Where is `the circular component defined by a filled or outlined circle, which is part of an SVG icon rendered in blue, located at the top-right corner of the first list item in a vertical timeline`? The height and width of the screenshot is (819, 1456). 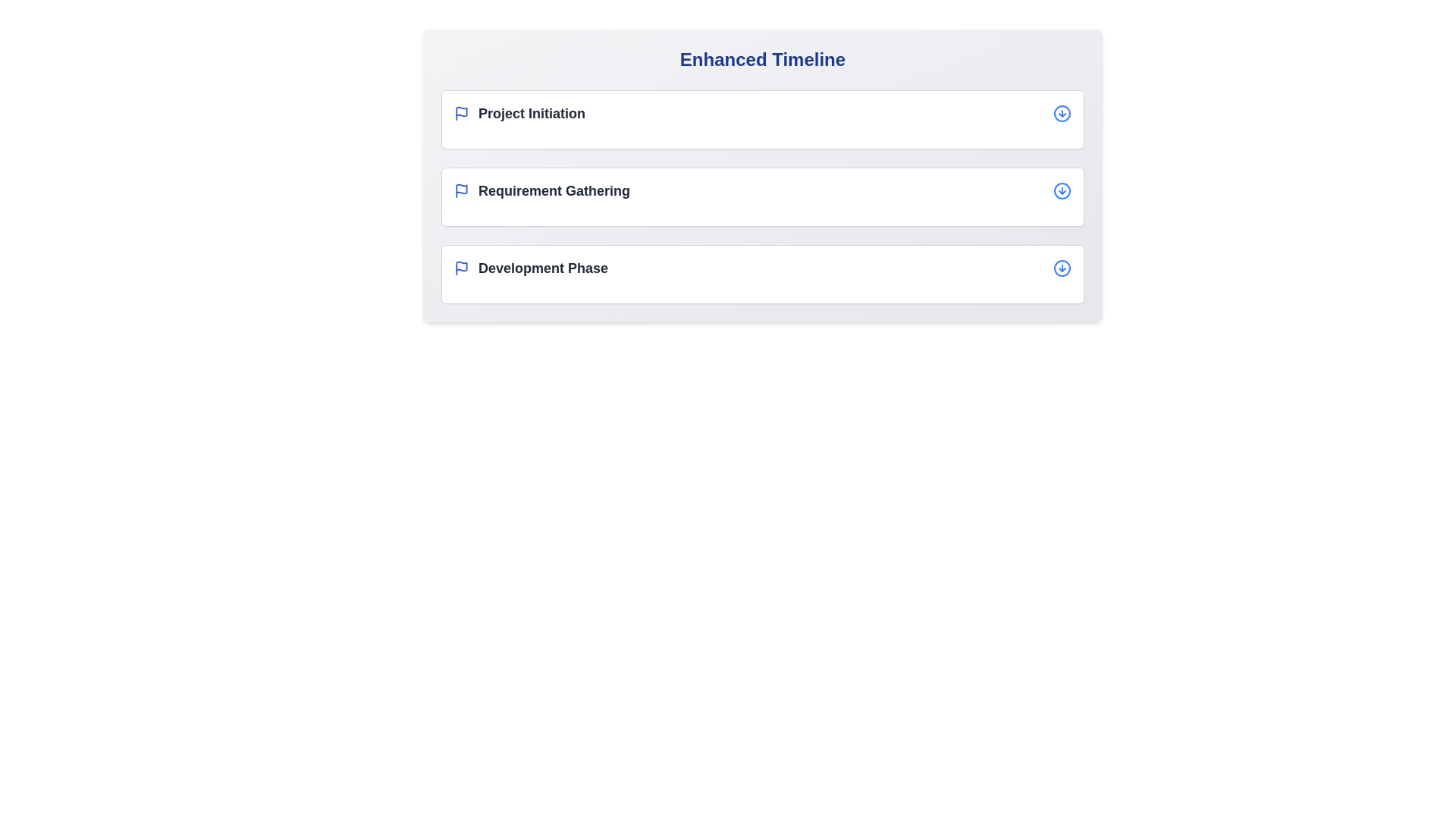 the circular component defined by a filled or outlined circle, which is part of an SVG icon rendered in blue, located at the top-right corner of the first list item in a vertical timeline is located at coordinates (1062, 113).